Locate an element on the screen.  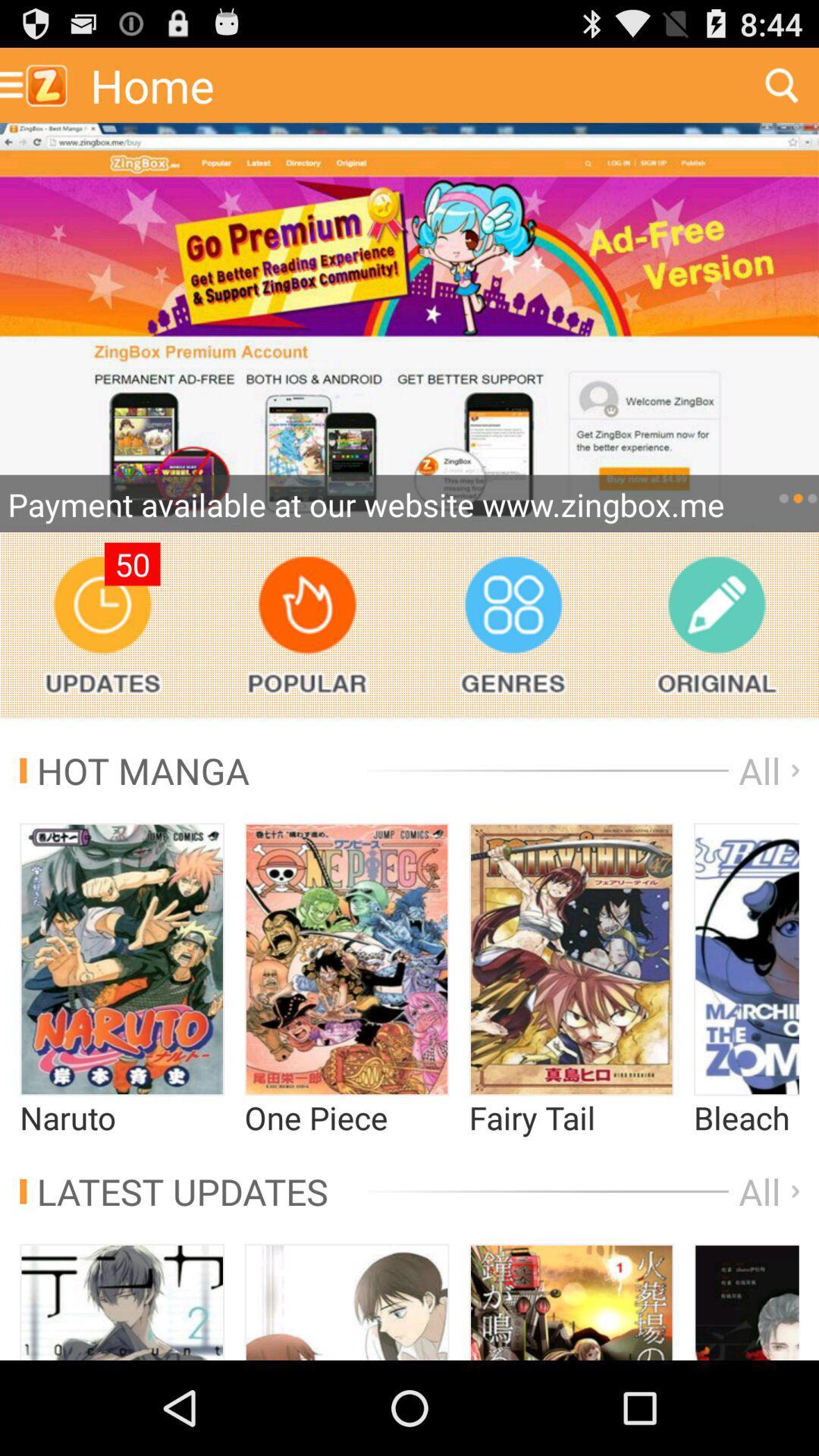
book is located at coordinates (745, 1301).